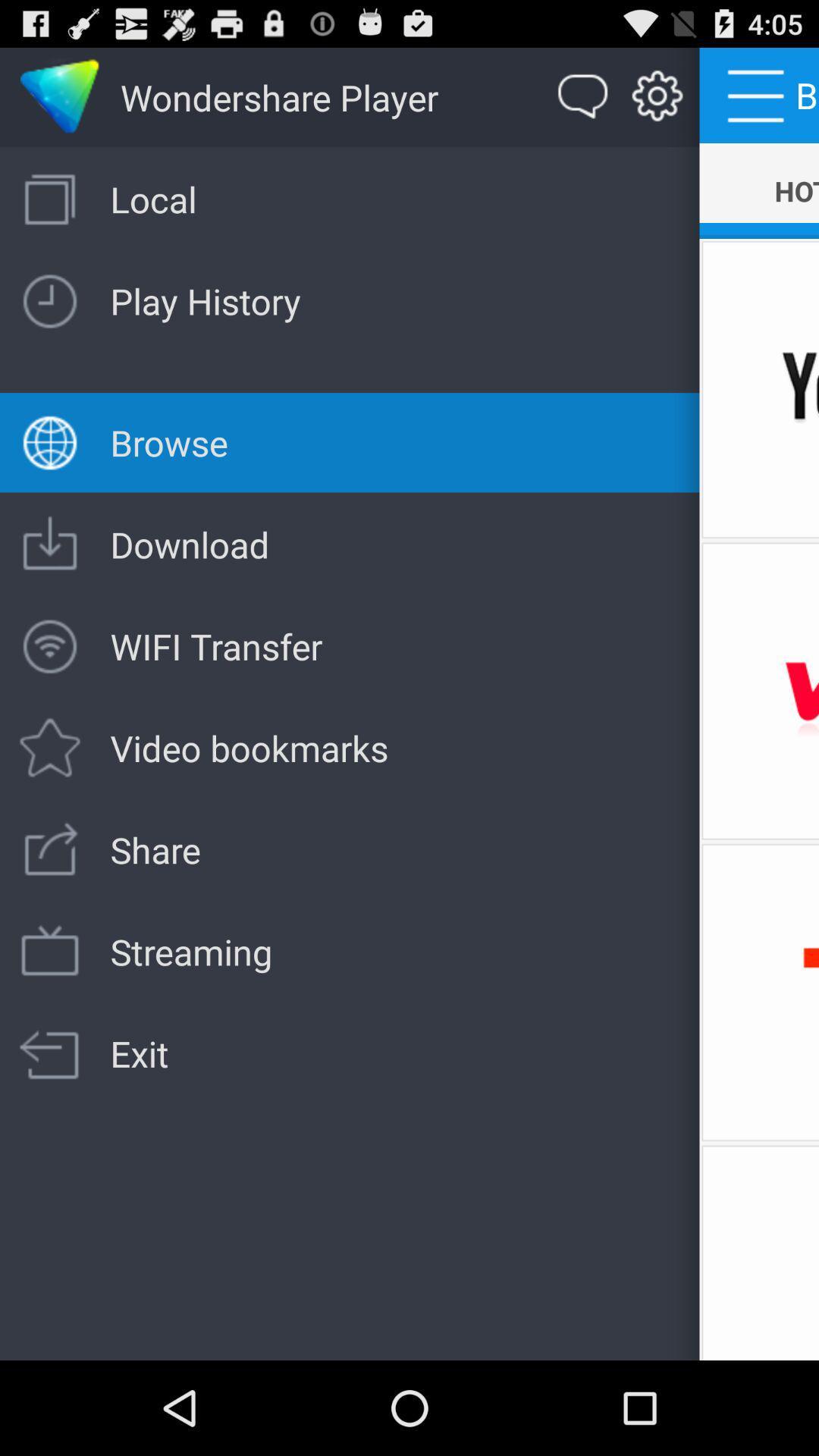 The width and height of the screenshot is (819, 1456). What do you see at coordinates (759, 94) in the screenshot?
I see `the menu  next to setting icon` at bounding box center [759, 94].